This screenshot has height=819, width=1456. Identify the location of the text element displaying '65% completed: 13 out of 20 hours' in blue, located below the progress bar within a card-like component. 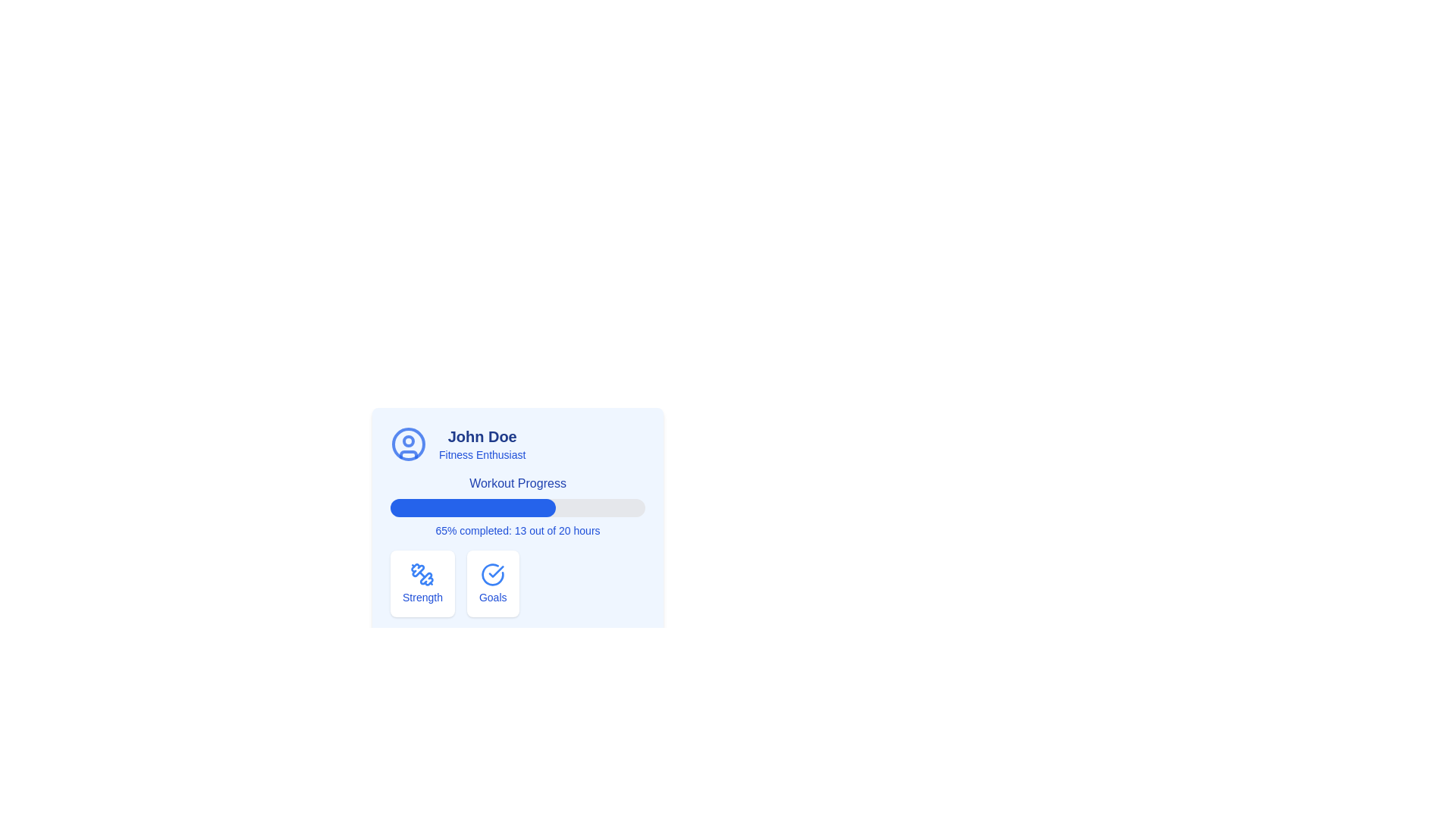
(517, 529).